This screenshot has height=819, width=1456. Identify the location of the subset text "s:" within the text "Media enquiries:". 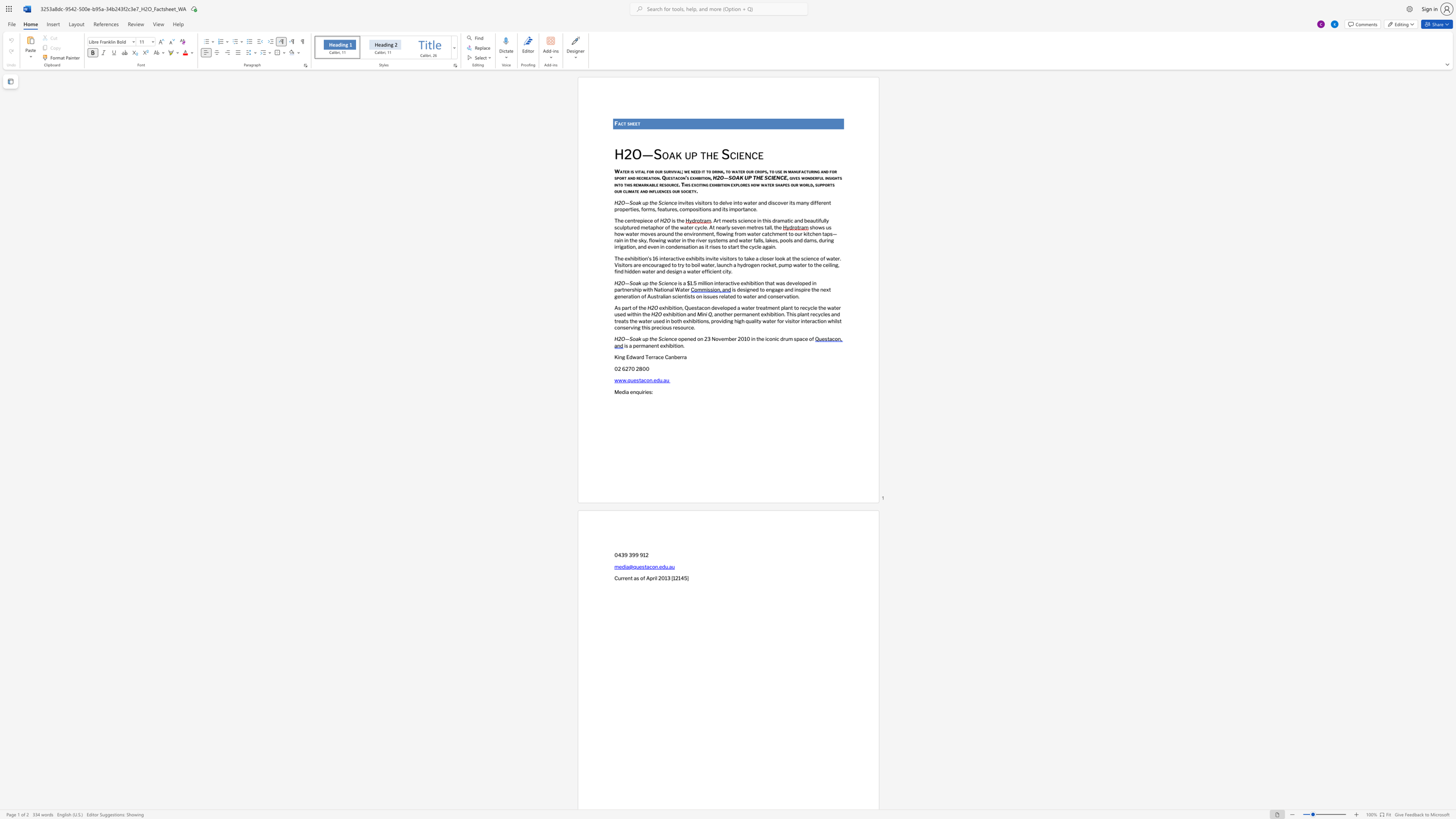
(649, 391).